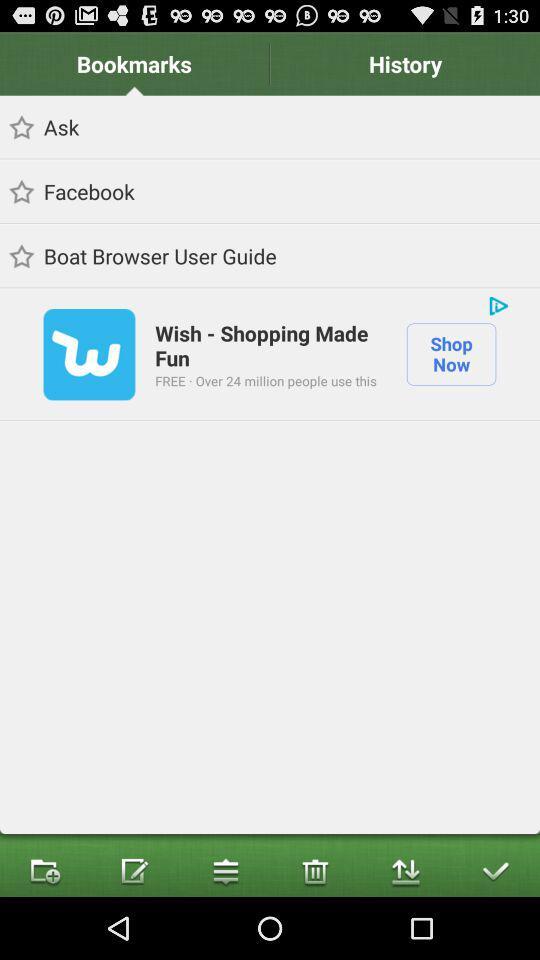 The image size is (540, 960). What do you see at coordinates (224, 931) in the screenshot?
I see `the sliders icon` at bounding box center [224, 931].